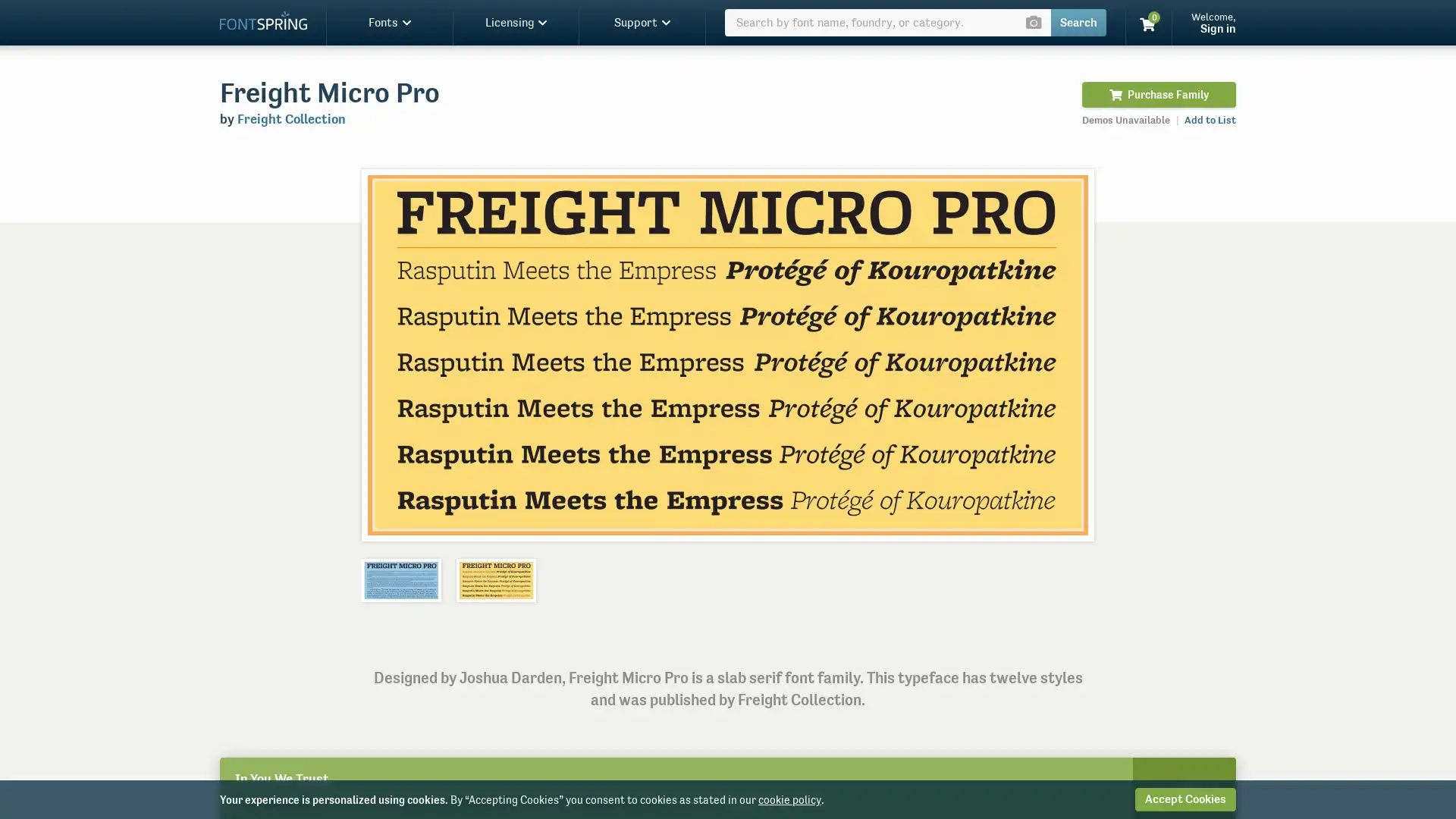  I want to click on Purchase Family, so click(1158, 94).